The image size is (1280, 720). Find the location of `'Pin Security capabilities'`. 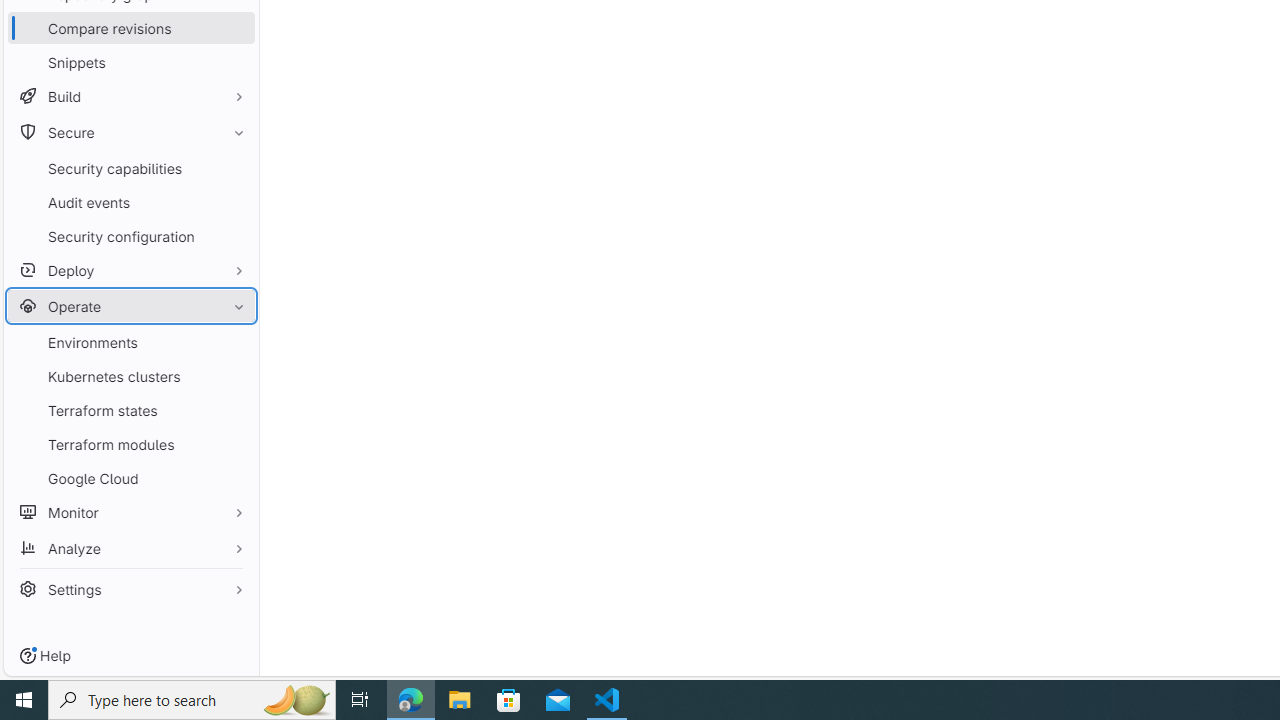

'Pin Security capabilities' is located at coordinates (234, 167).